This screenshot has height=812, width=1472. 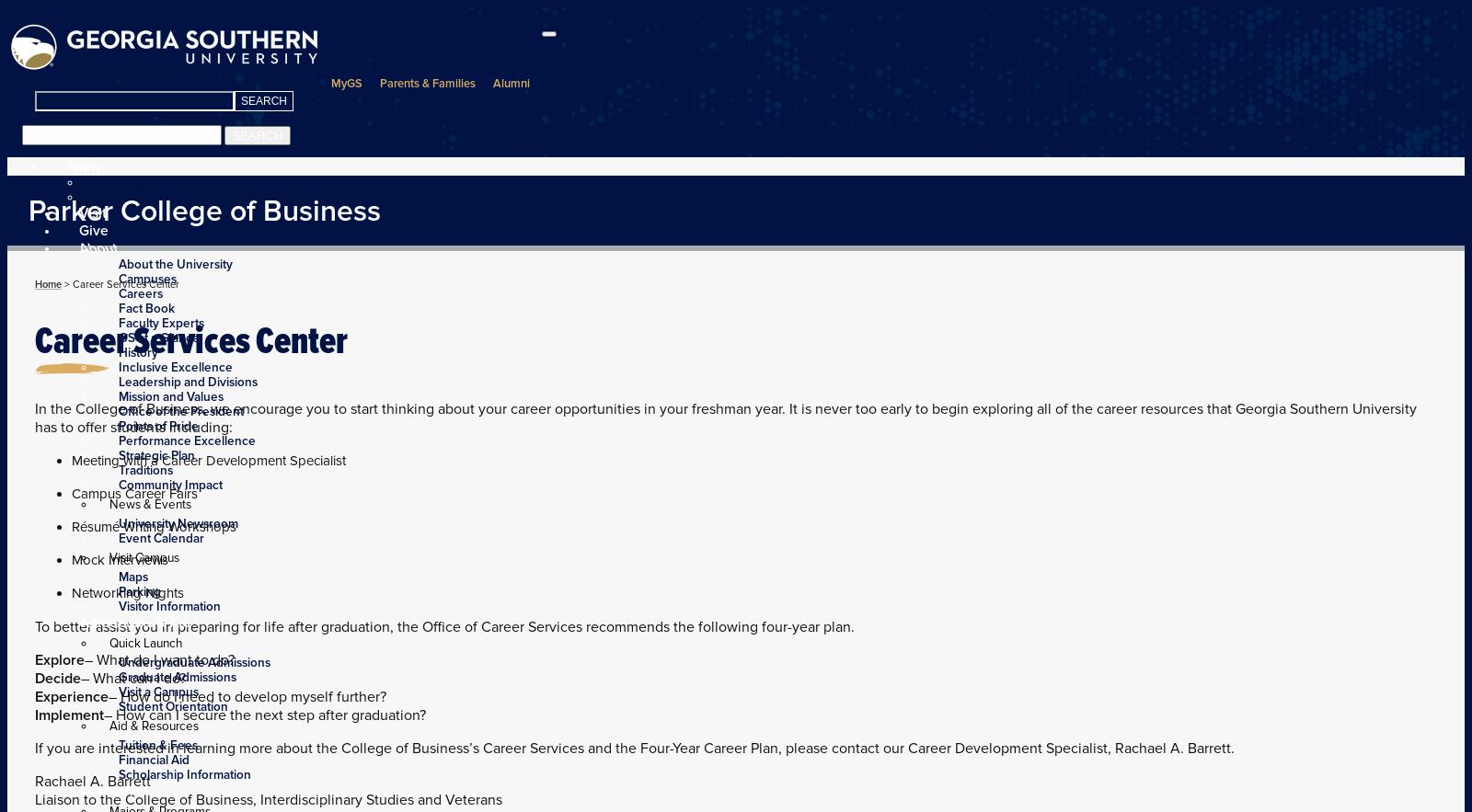 I want to click on 'Scholarship Information', so click(x=183, y=774).